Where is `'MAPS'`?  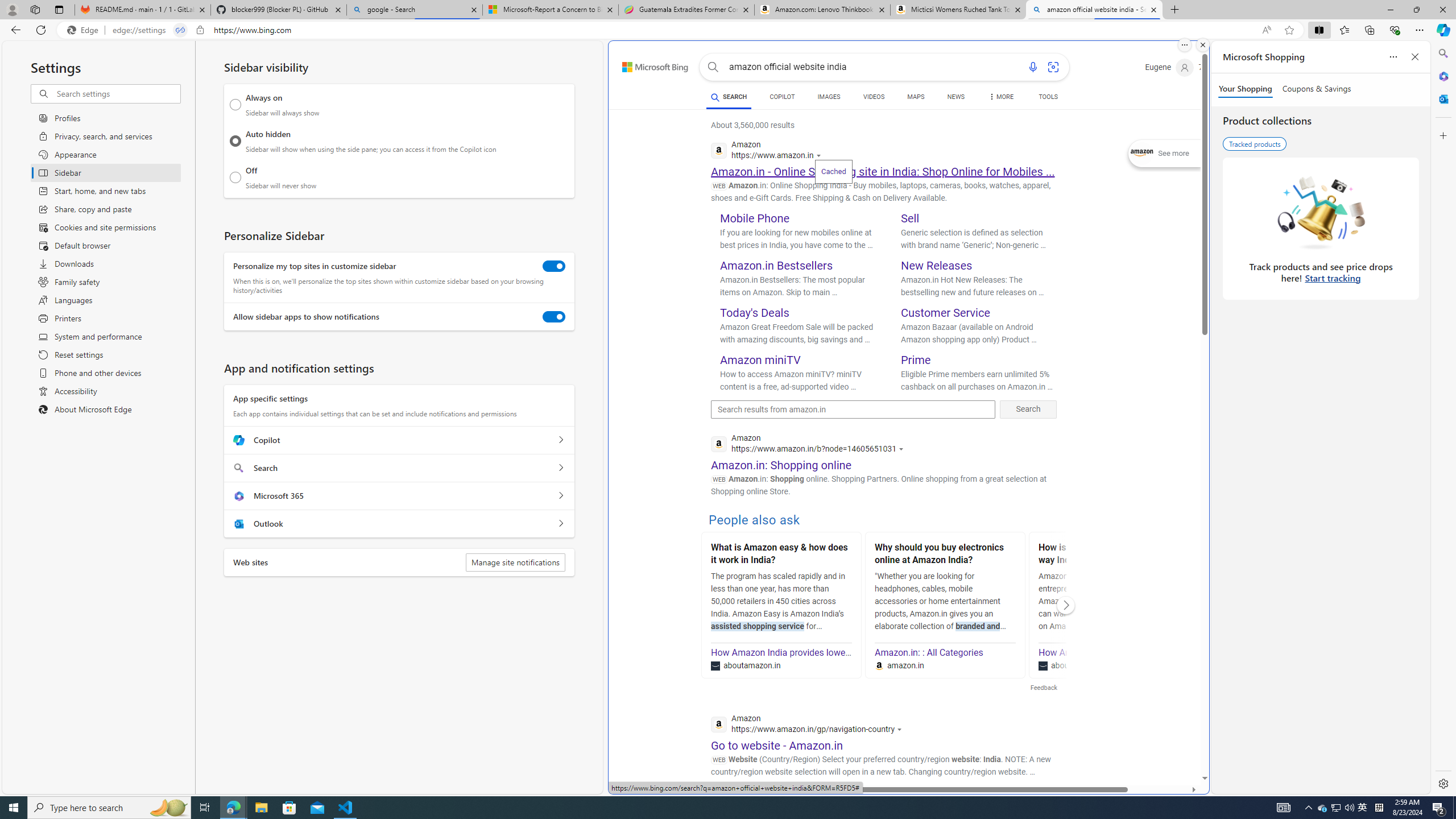
'MAPS' is located at coordinates (916, 98).